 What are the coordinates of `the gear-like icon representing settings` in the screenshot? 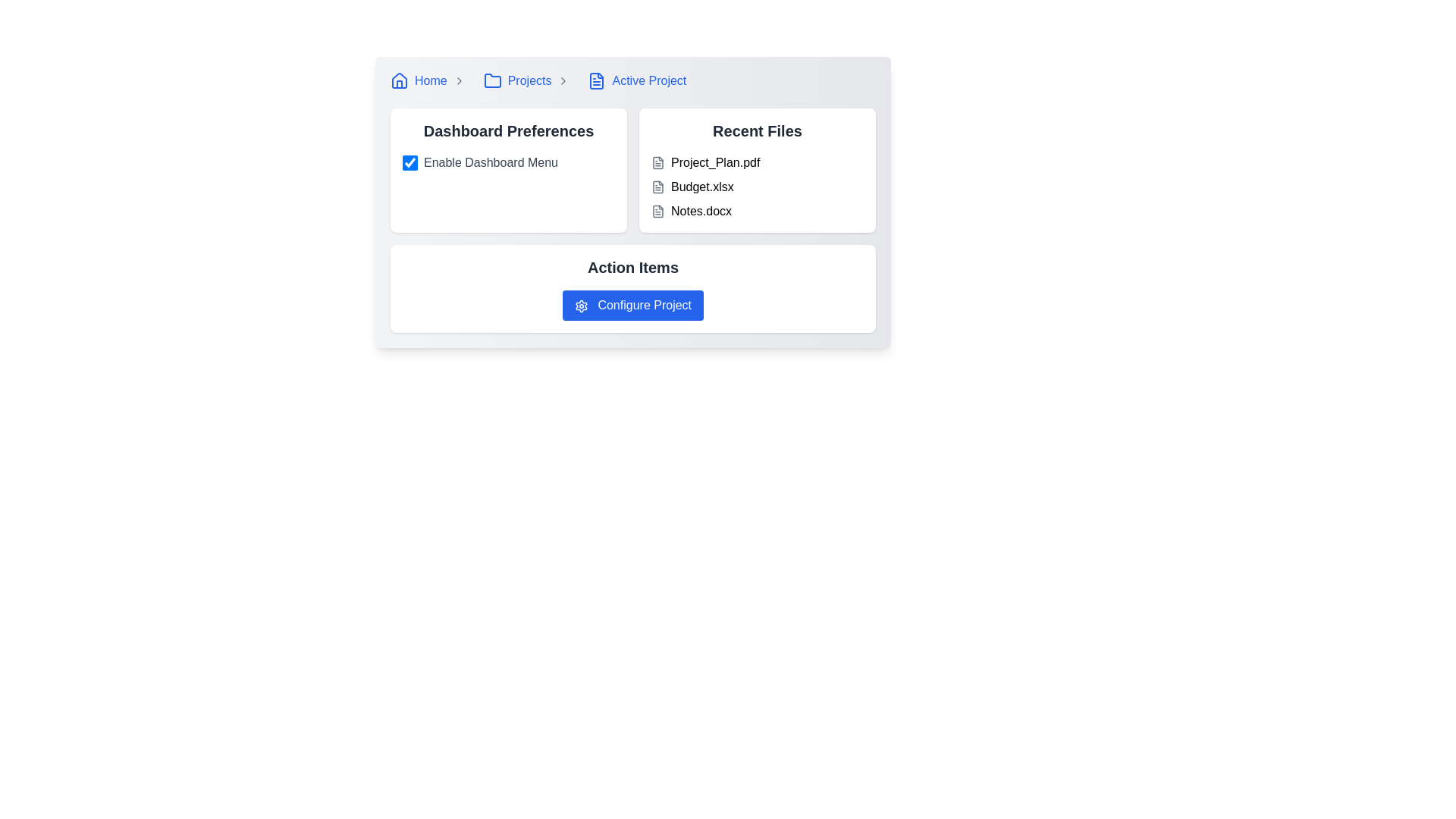 It's located at (581, 306).